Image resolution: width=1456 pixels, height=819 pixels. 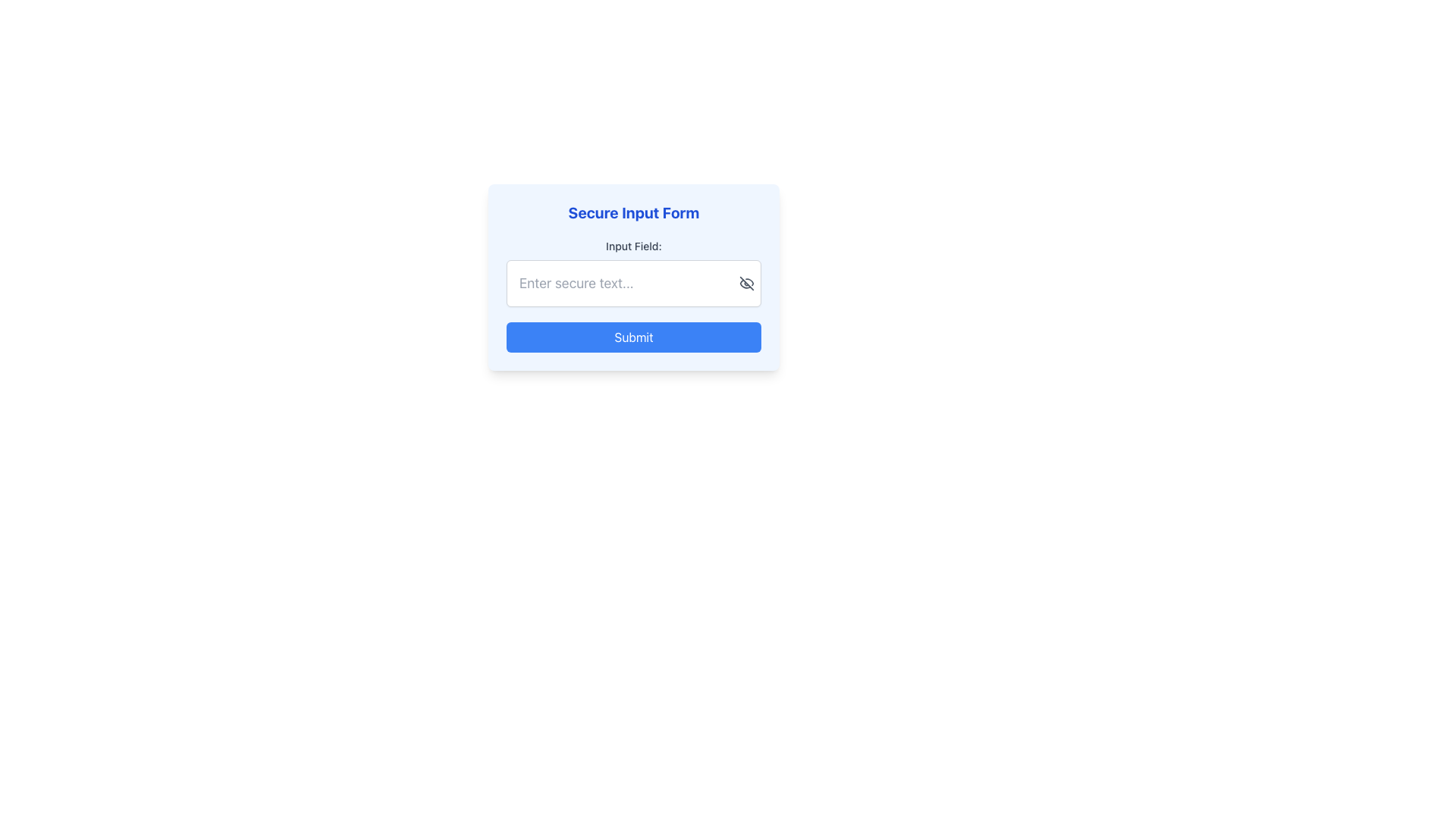 What do you see at coordinates (633, 336) in the screenshot?
I see `the blue 'Submit' button with rounded corners located below the 'Enter secure text...' input field in the 'Secure Input Form' to change its color` at bounding box center [633, 336].